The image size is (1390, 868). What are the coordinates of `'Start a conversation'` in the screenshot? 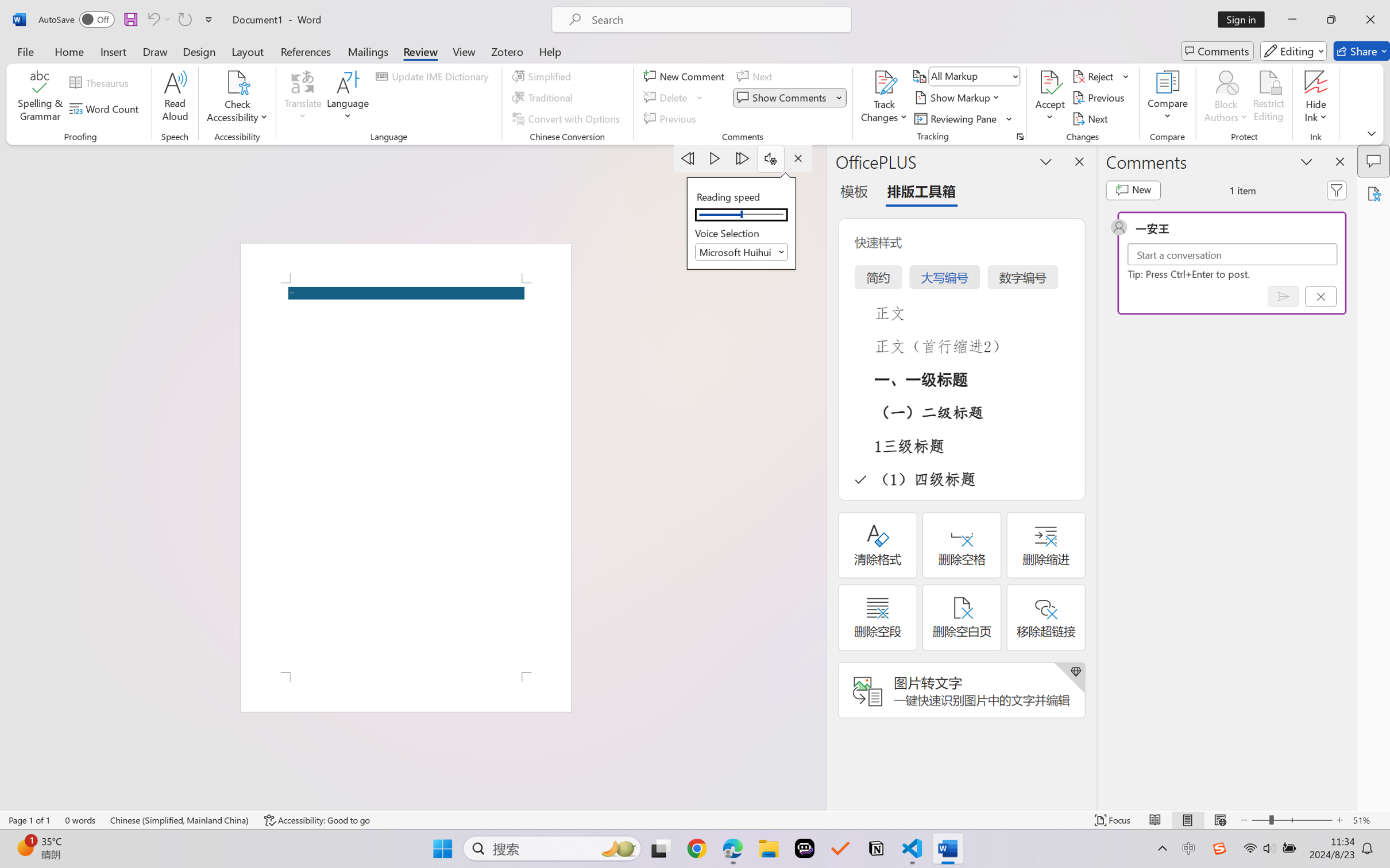 It's located at (1232, 254).